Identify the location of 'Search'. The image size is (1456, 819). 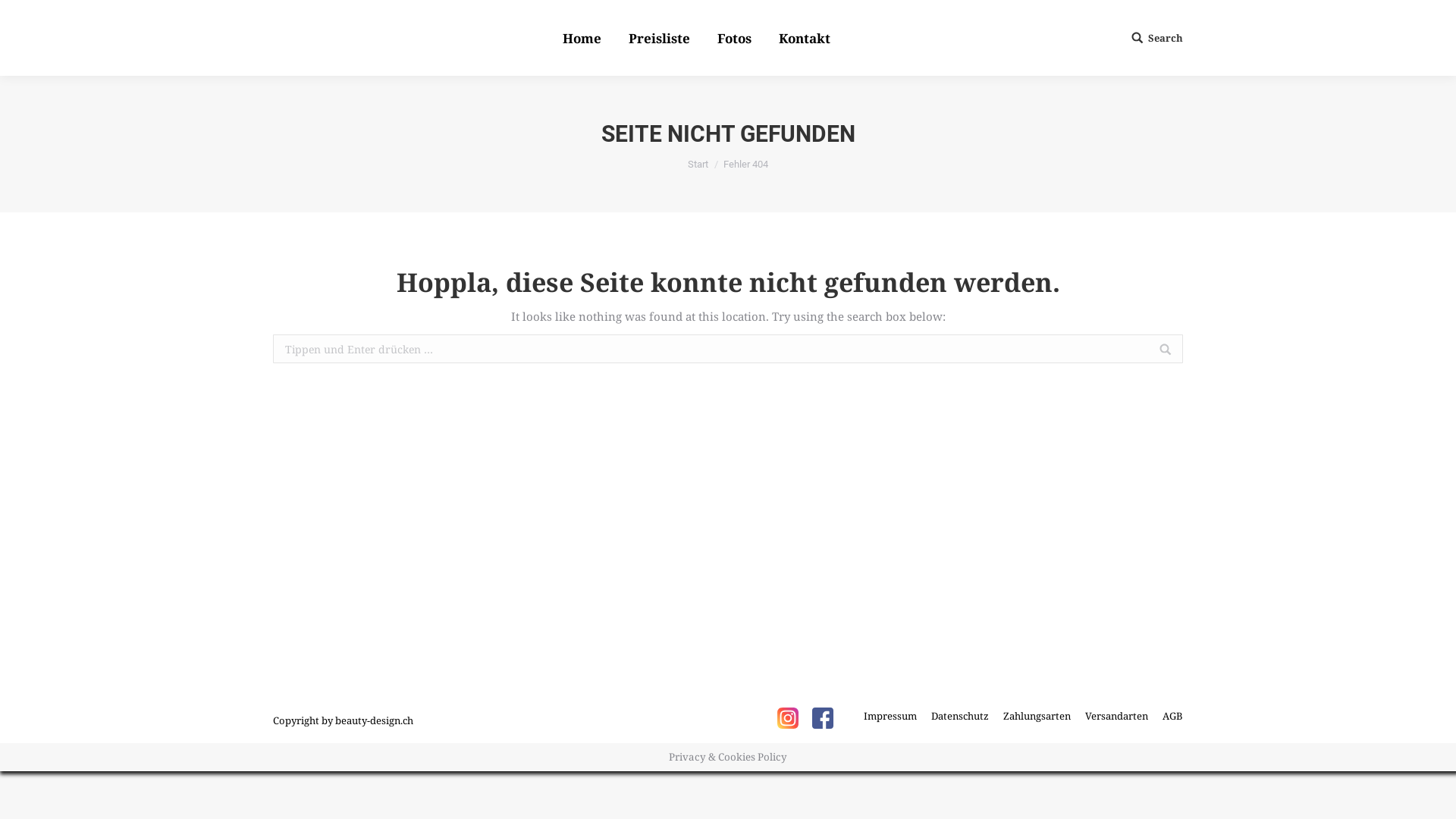
(1156, 37).